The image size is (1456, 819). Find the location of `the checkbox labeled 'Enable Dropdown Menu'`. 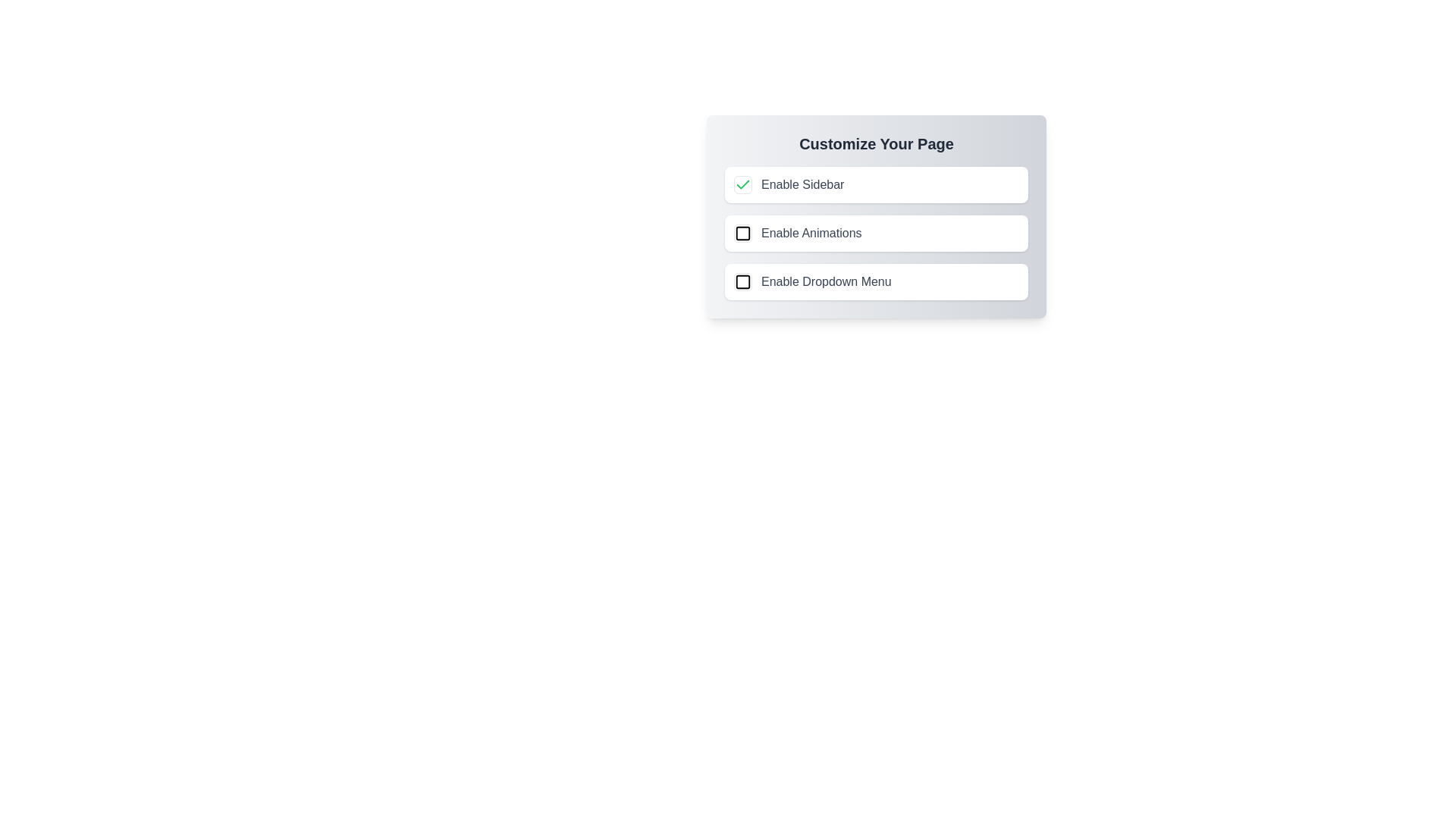

the checkbox labeled 'Enable Dropdown Menu' is located at coordinates (877, 281).